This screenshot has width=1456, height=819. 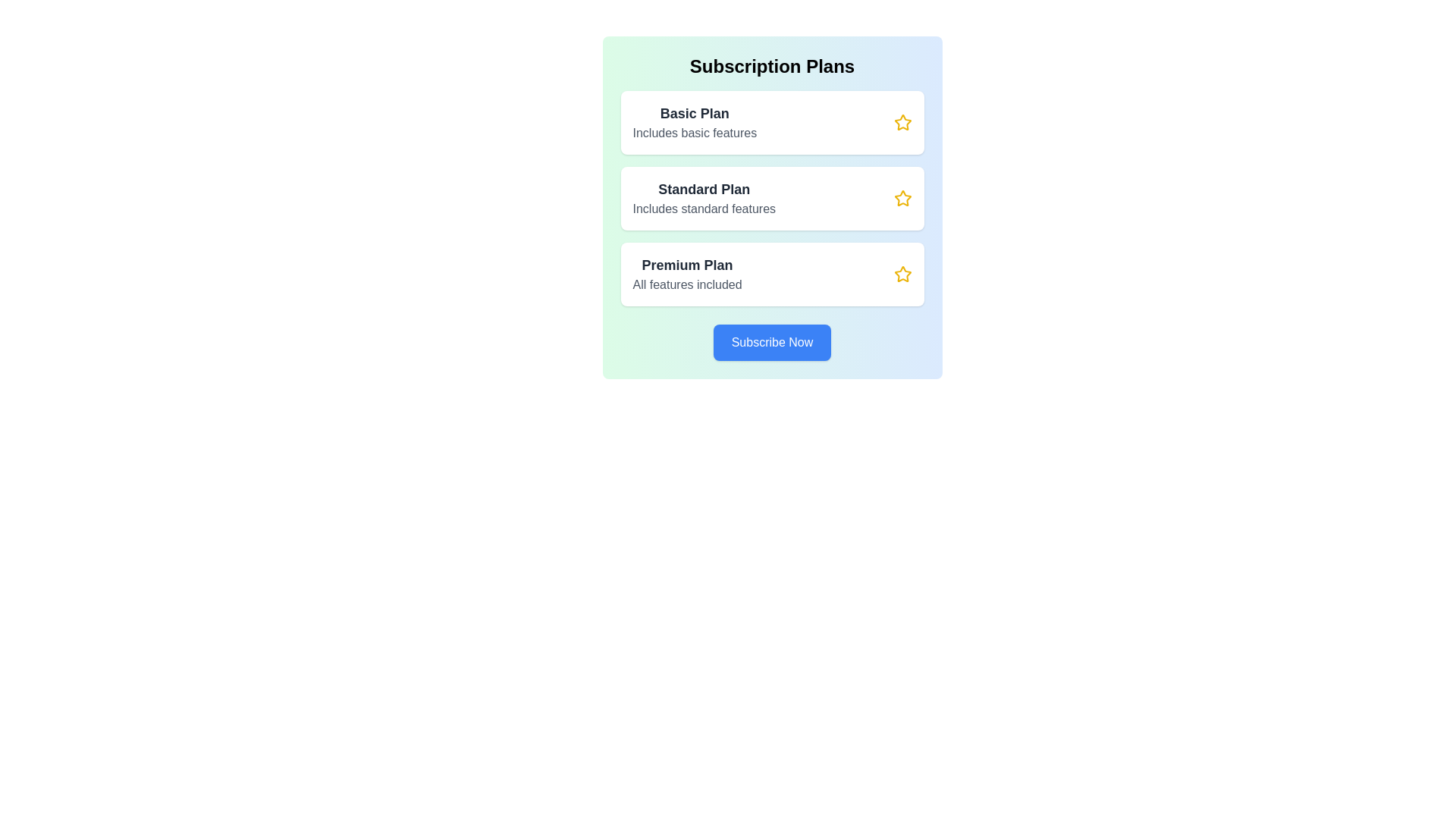 I want to click on the Premium Plan plan to see its hover effects, so click(x=772, y=275).